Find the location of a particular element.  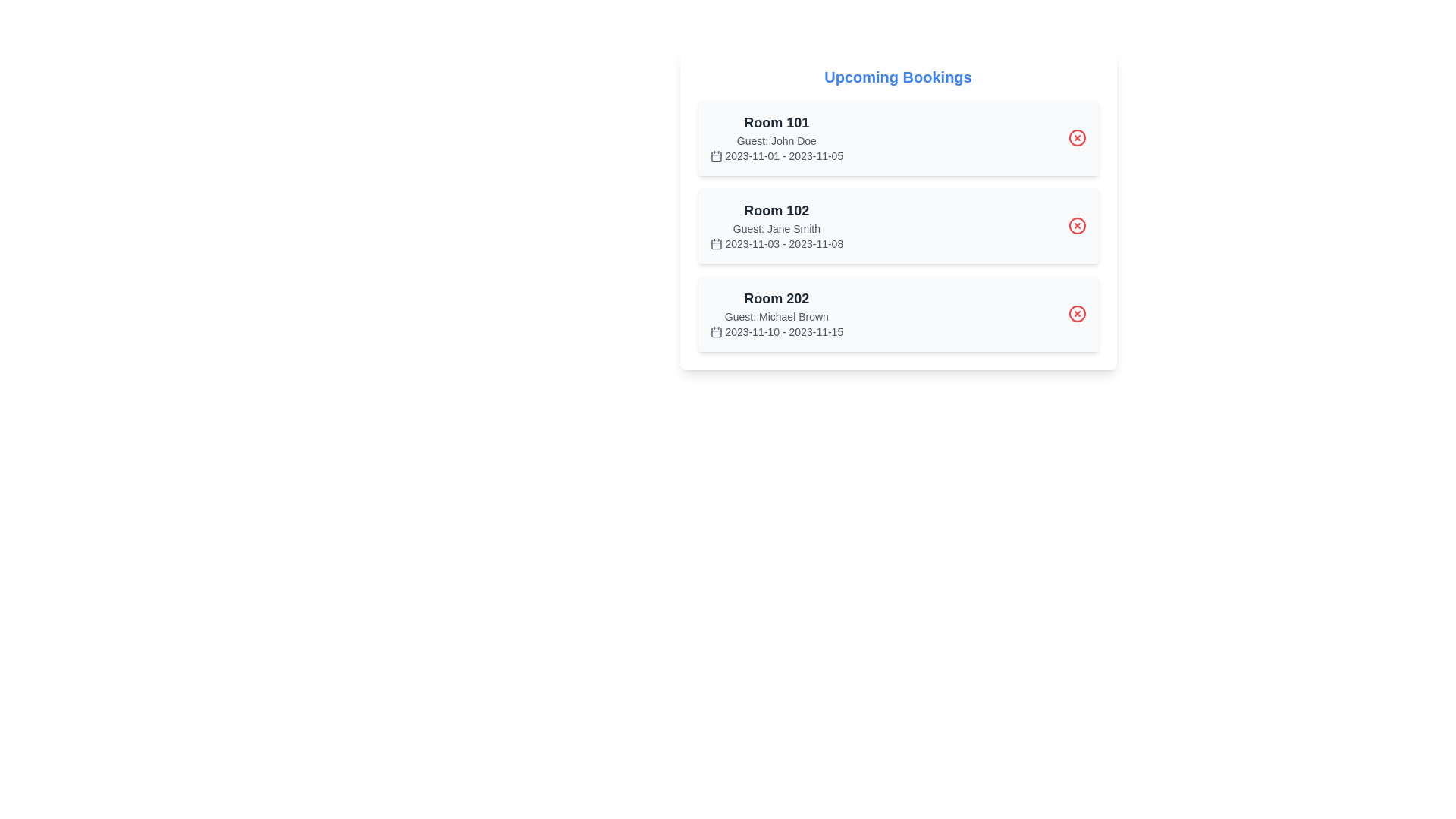

the delete or cancel button in the top-right corner of the 'Room 102' content block is located at coordinates (1076, 225).